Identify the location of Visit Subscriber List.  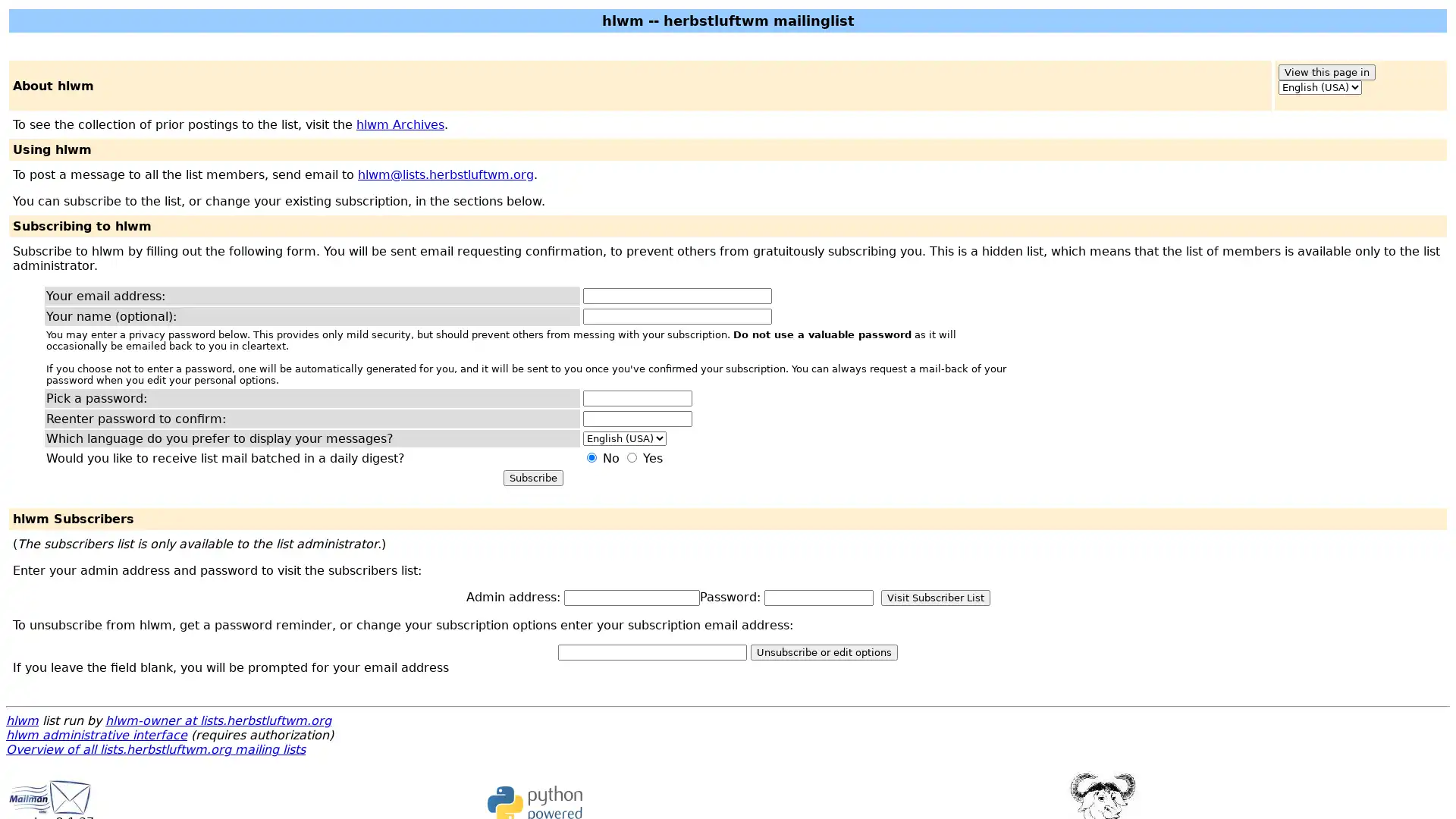
(934, 597).